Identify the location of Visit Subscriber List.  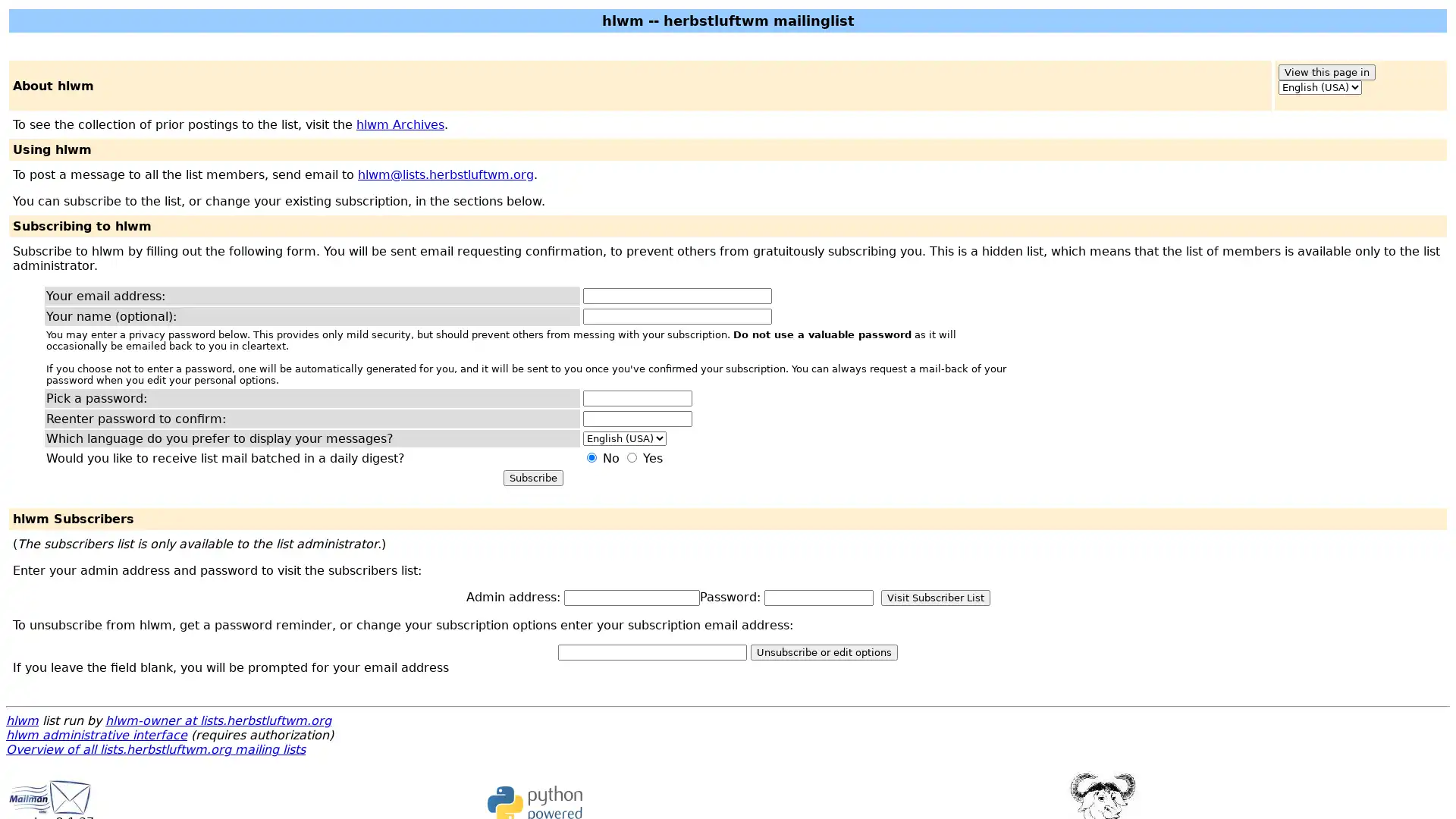
(934, 597).